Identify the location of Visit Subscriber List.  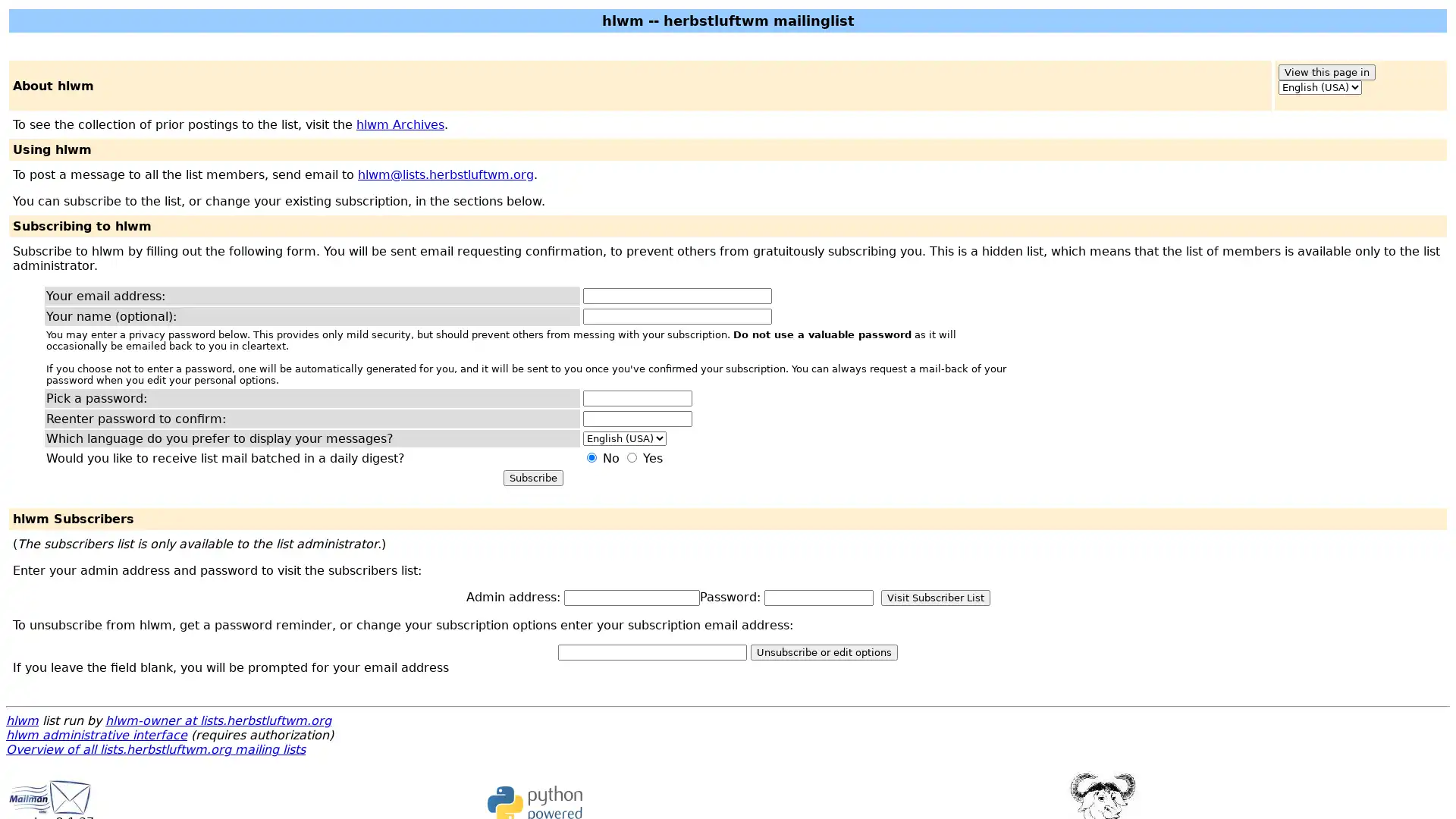
(934, 597).